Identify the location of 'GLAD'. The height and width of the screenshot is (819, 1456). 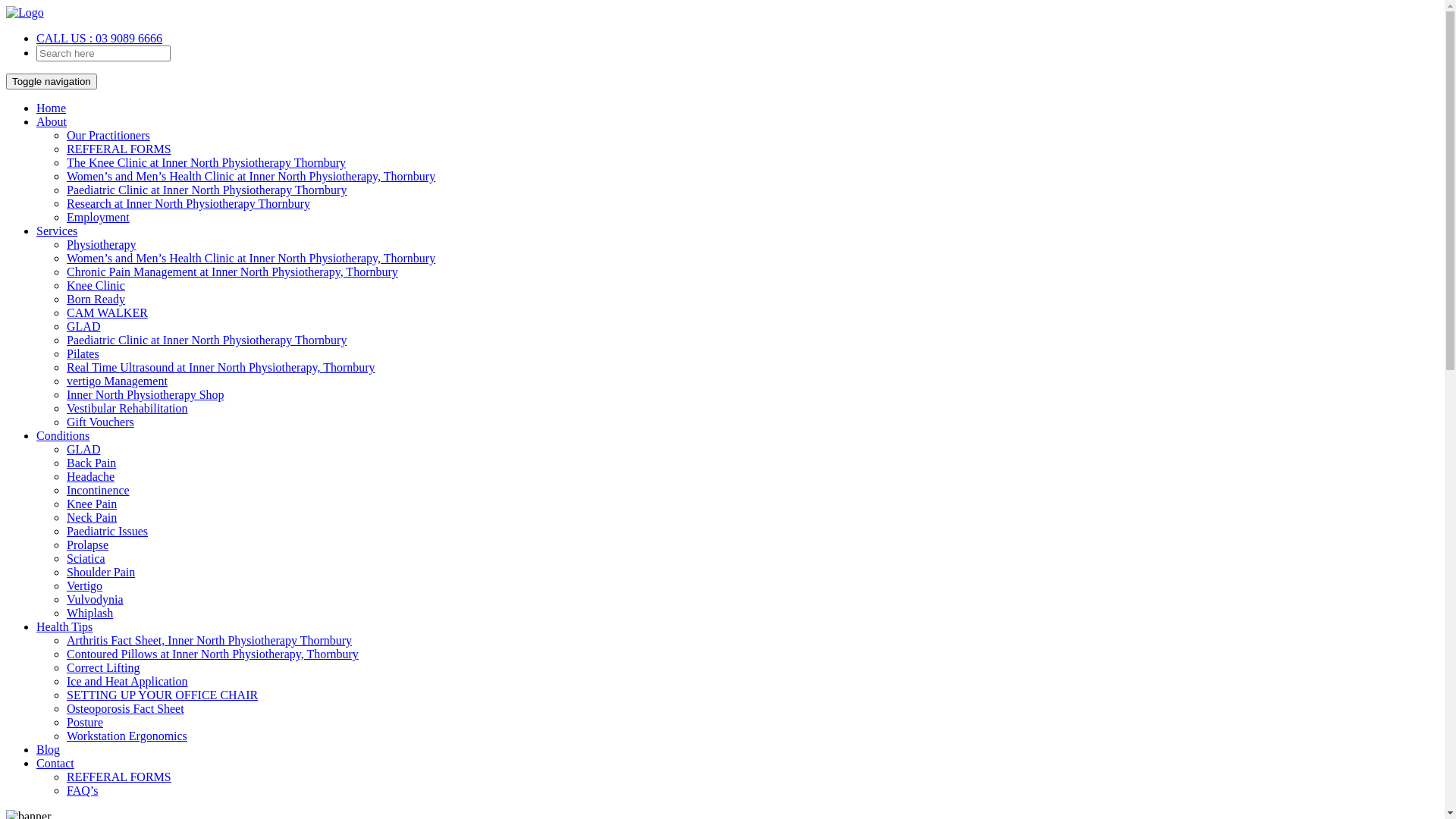
(83, 325).